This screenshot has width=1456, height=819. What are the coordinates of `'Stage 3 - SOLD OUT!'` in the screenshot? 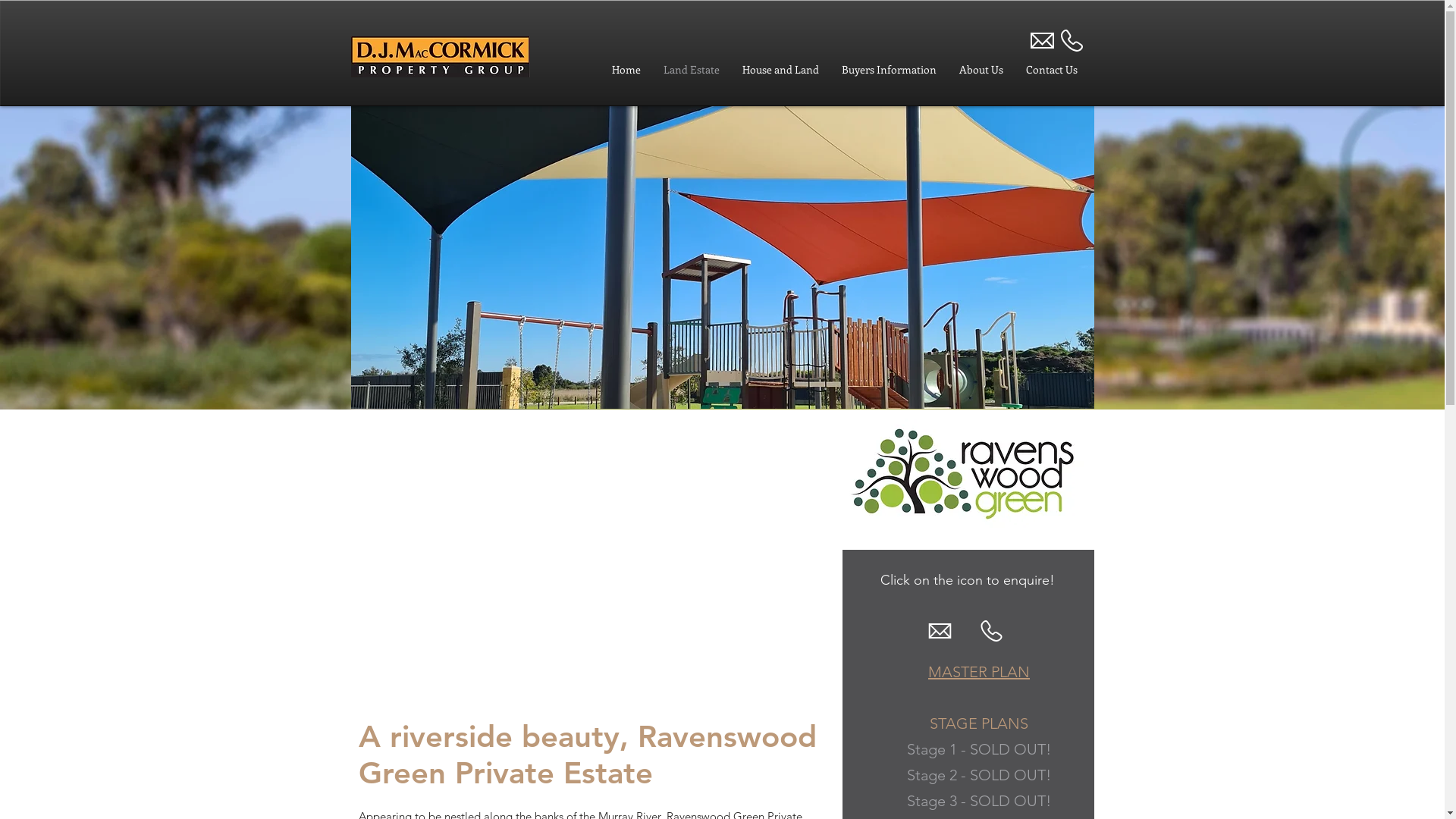 It's located at (979, 800).